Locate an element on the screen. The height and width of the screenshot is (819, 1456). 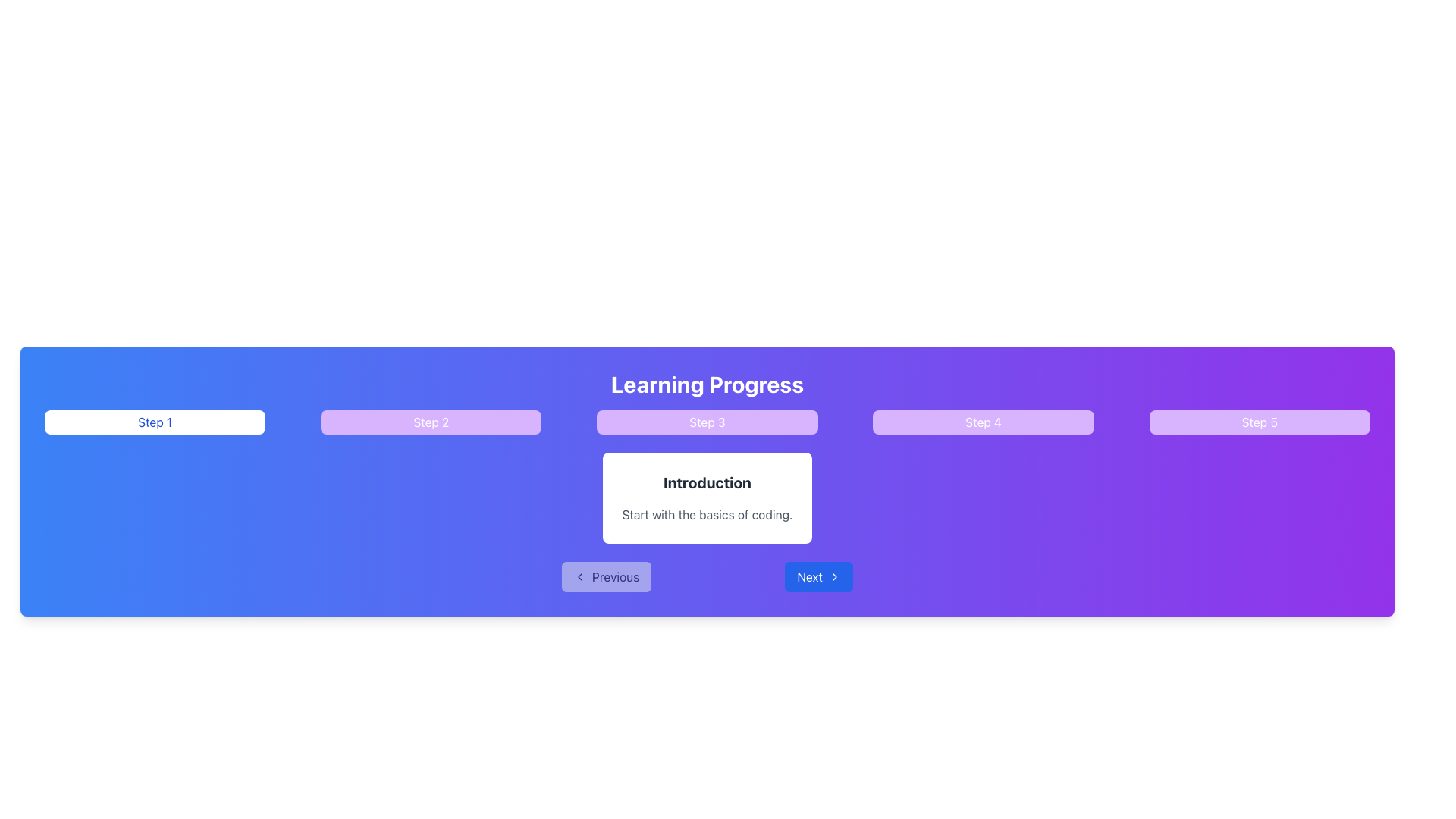
the 'Next' button which contains a right-pointing chevron icon, located at the bottom-right corner of the interface is located at coordinates (833, 576).